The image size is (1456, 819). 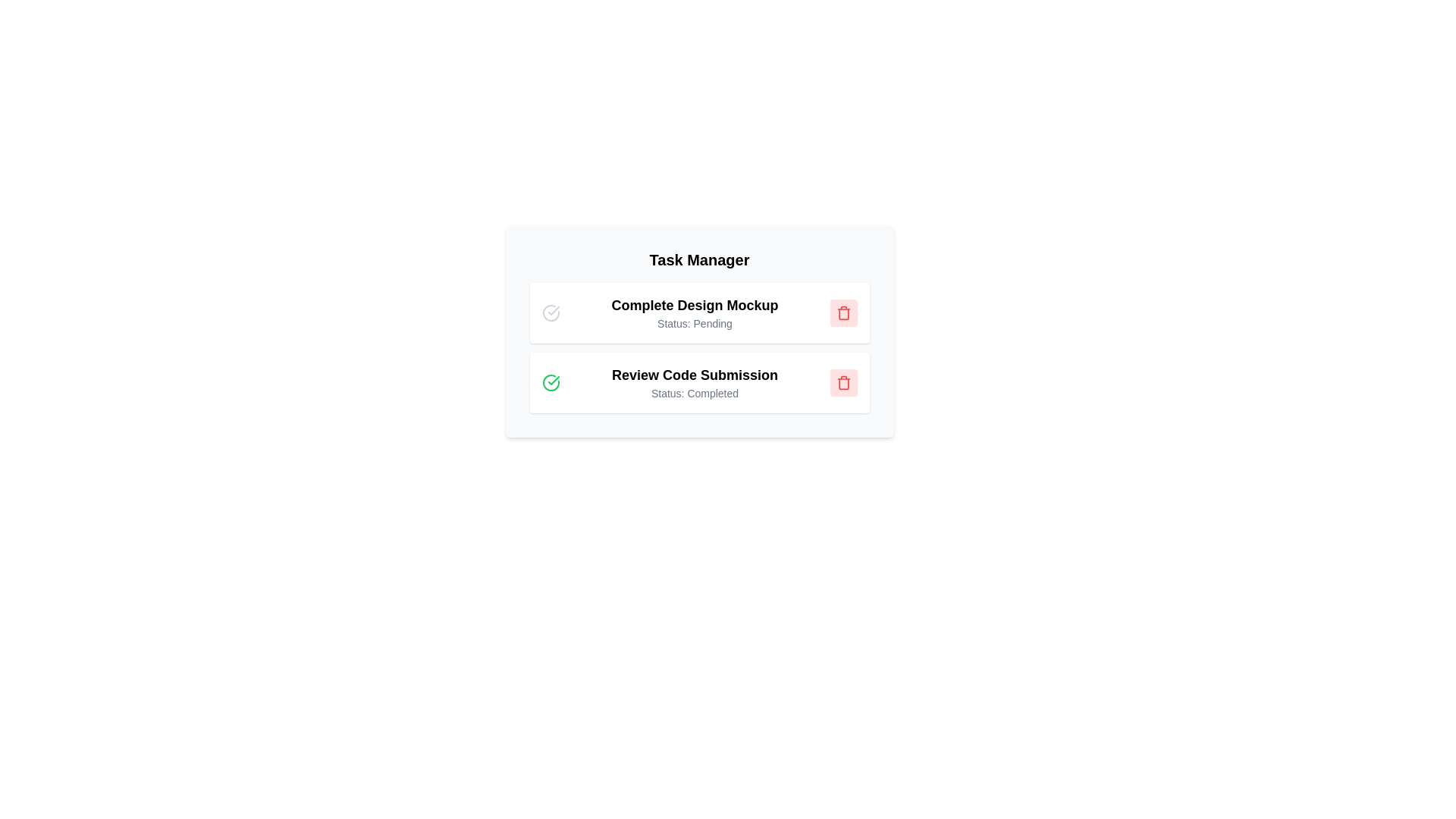 I want to click on delete button for the task titled 'Complete Design Mockup', so click(x=843, y=312).